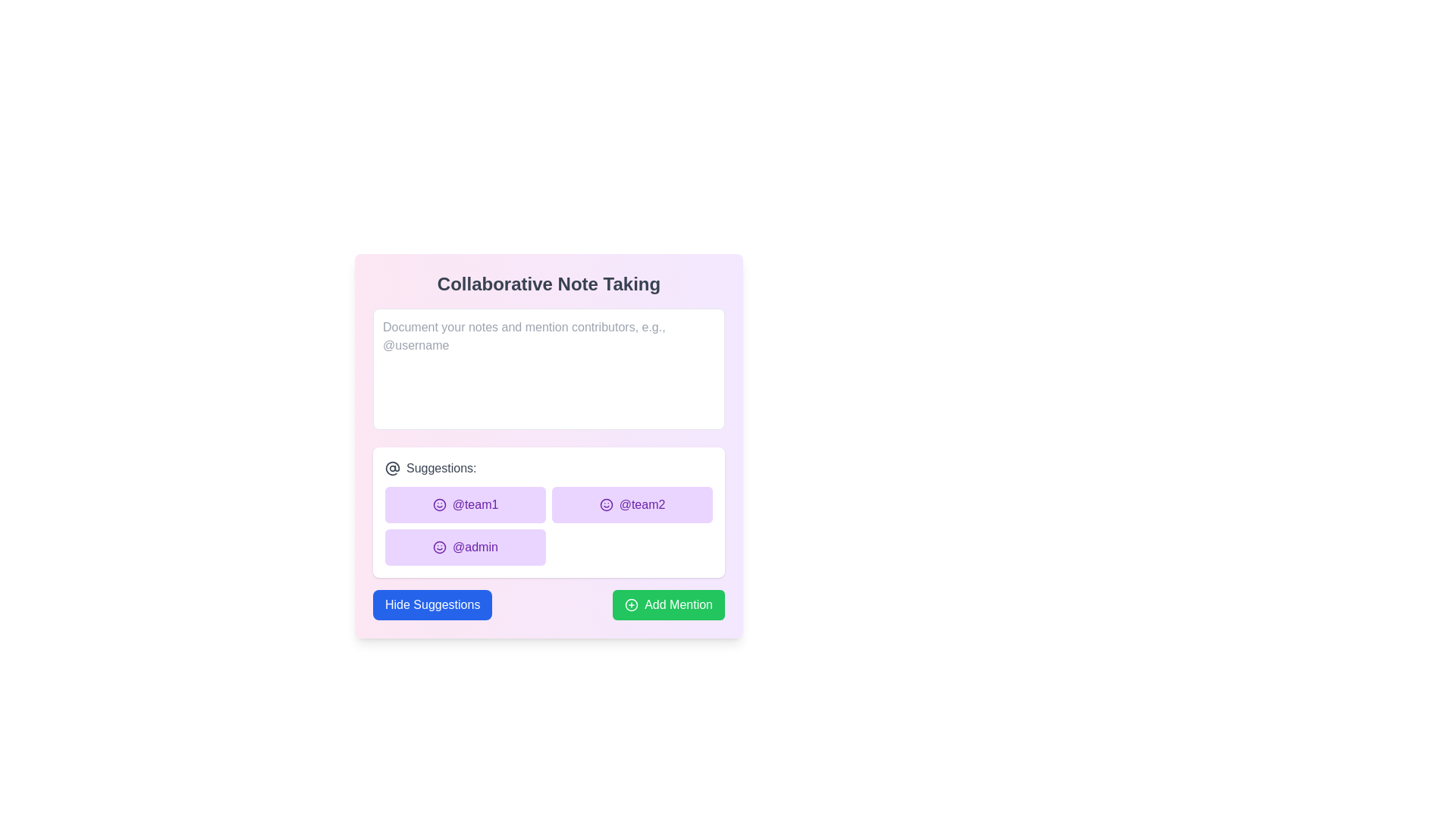 This screenshot has height=819, width=1456. I want to click on the text label that contains the word 'Suggestions:' which is styled with a medium-weight font and is located to the right of an '@' icon, so click(441, 467).